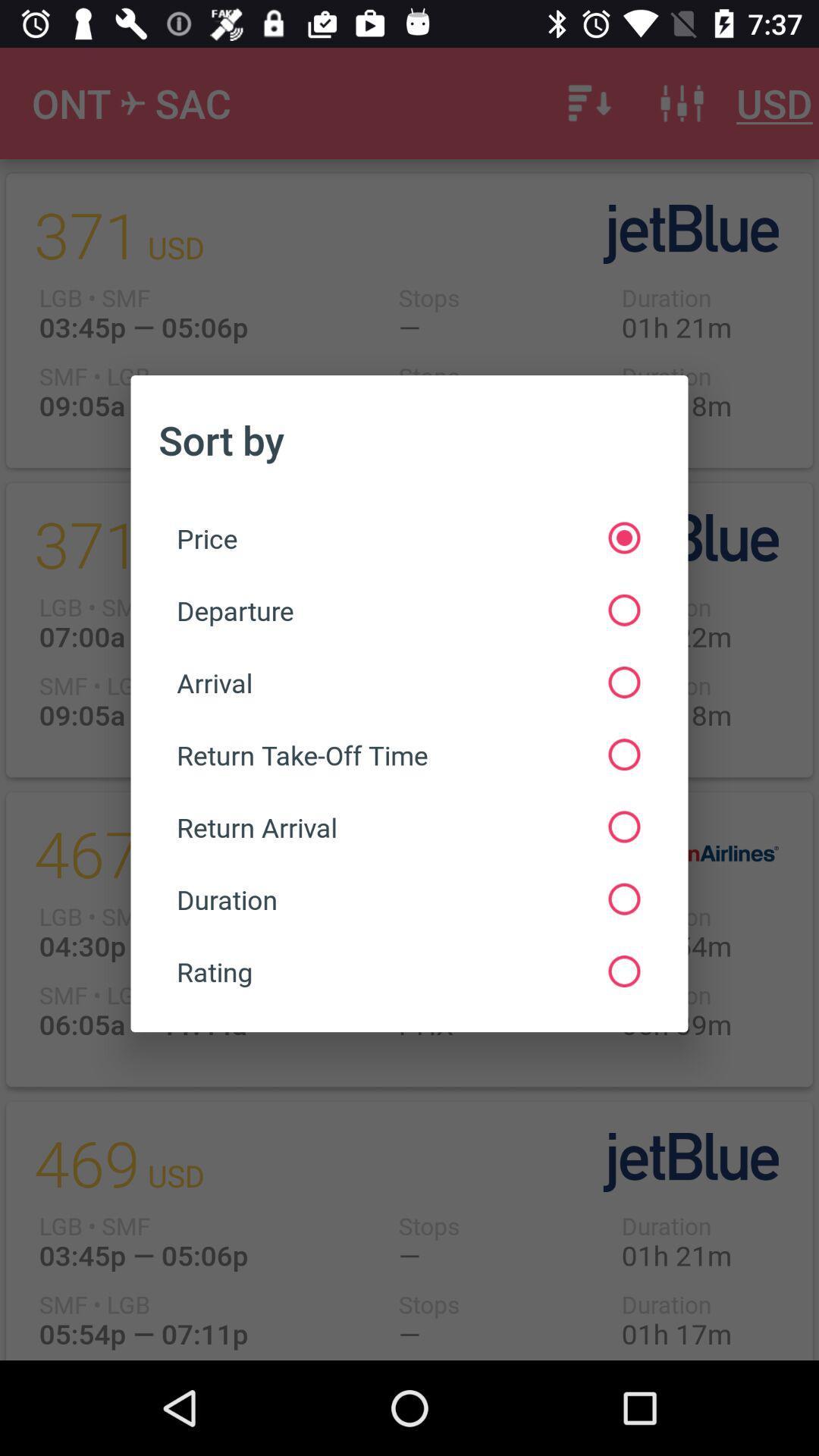 This screenshot has height=1456, width=819. What do you see at coordinates (407, 826) in the screenshot?
I see `the item above duration` at bounding box center [407, 826].